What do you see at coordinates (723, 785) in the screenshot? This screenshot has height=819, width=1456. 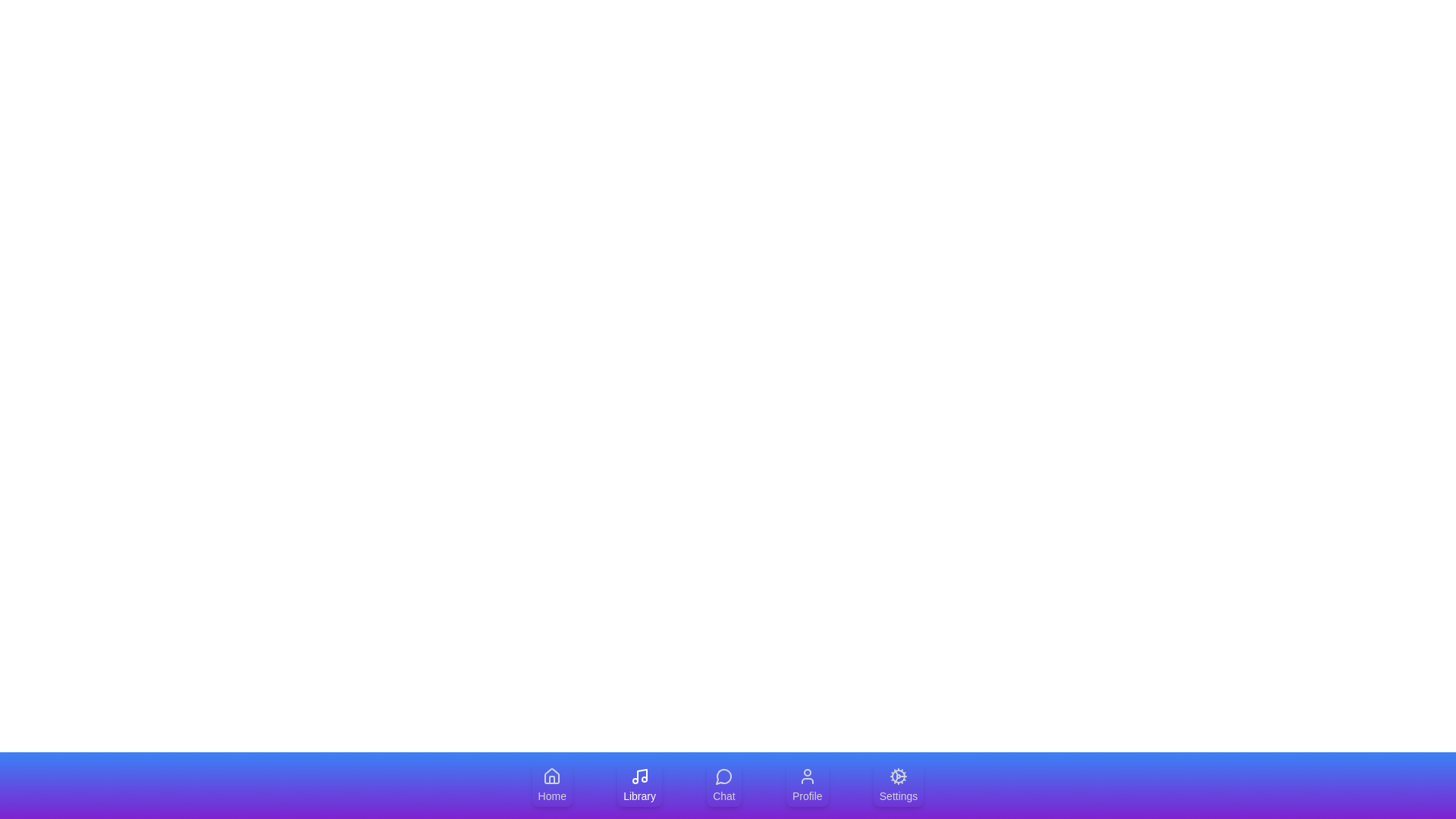 I see `the Chat tab to observe the hover effect` at bounding box center [723, 785].